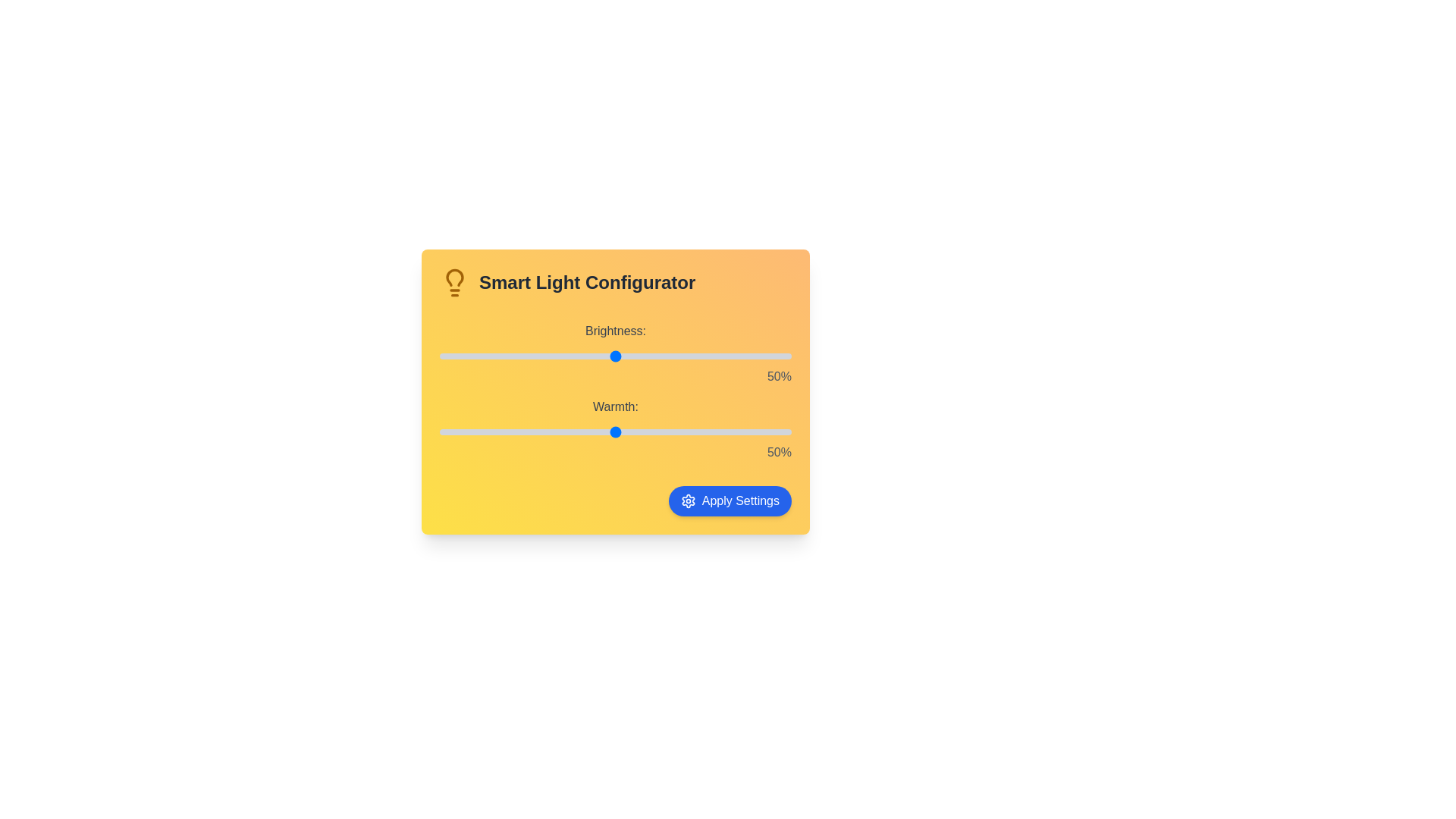 The image size is (1456, 819). I want to click on the brightness, so click(558, 356).